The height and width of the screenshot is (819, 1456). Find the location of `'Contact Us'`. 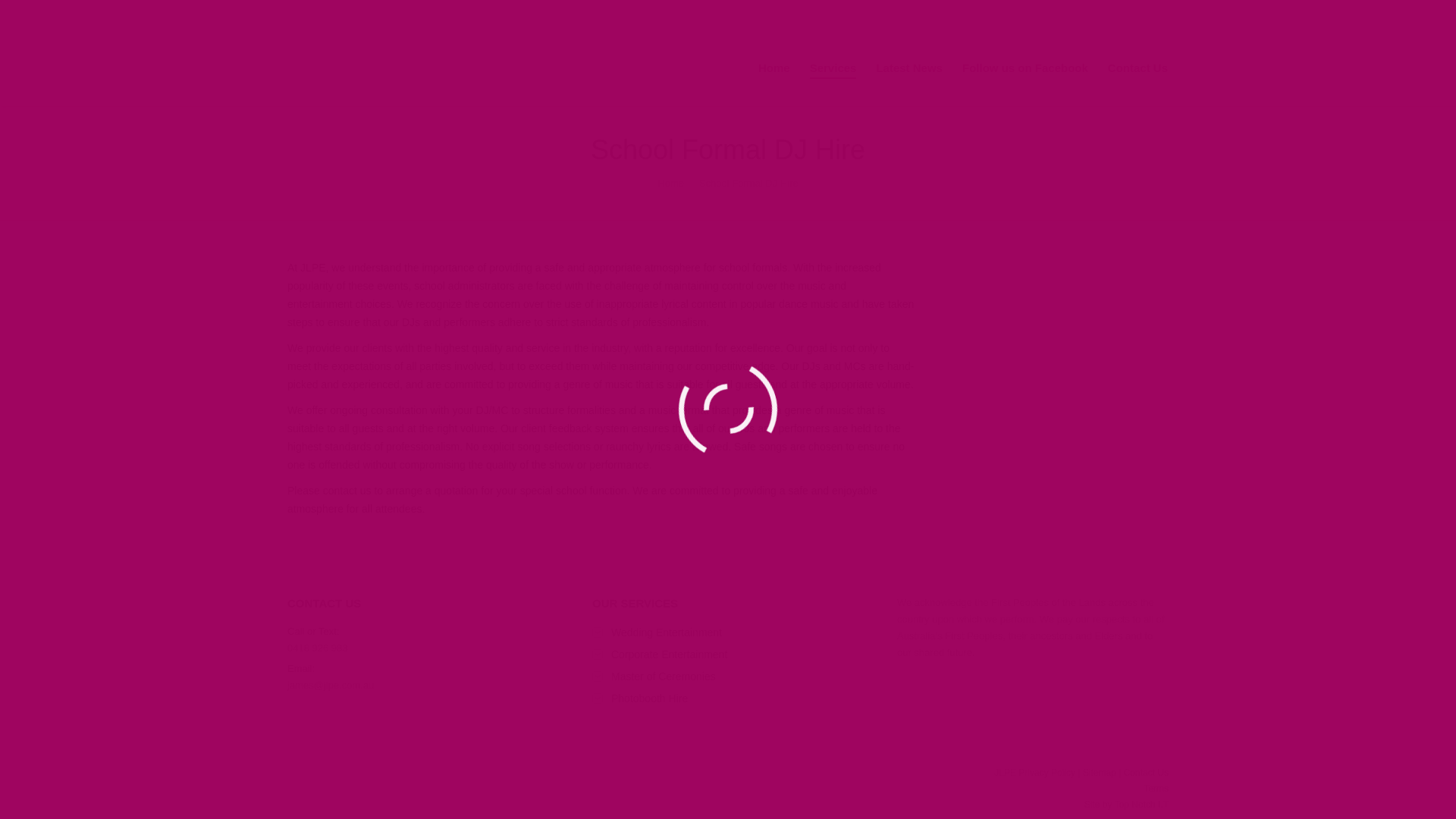

'Contact Us' is located at coordinates (1137, 68).